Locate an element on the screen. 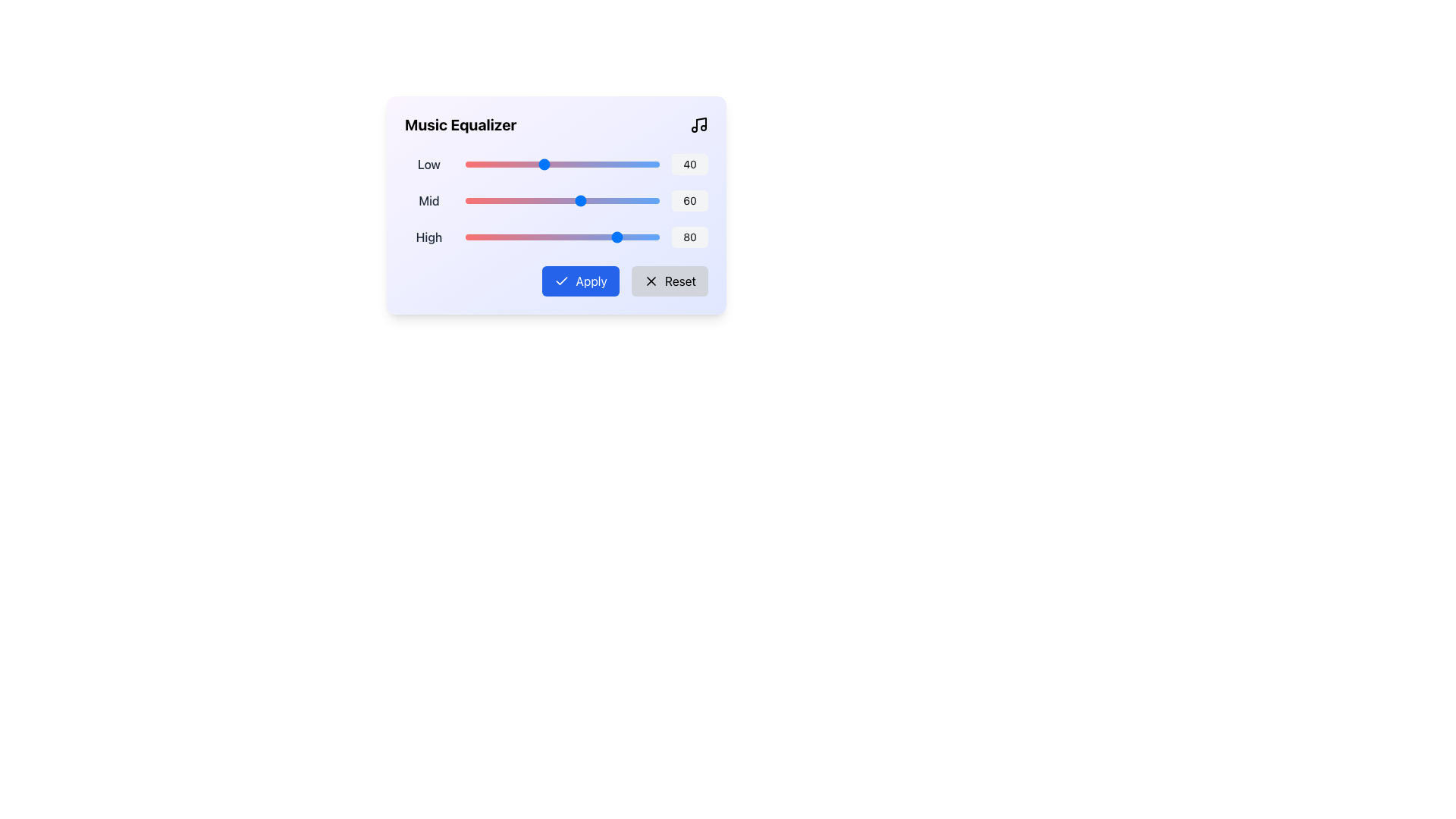  the appearance of the checkmark icon located on the left side of the 'Apply' button within the music equalizer configuration UI is located at coordinates (561, 281).